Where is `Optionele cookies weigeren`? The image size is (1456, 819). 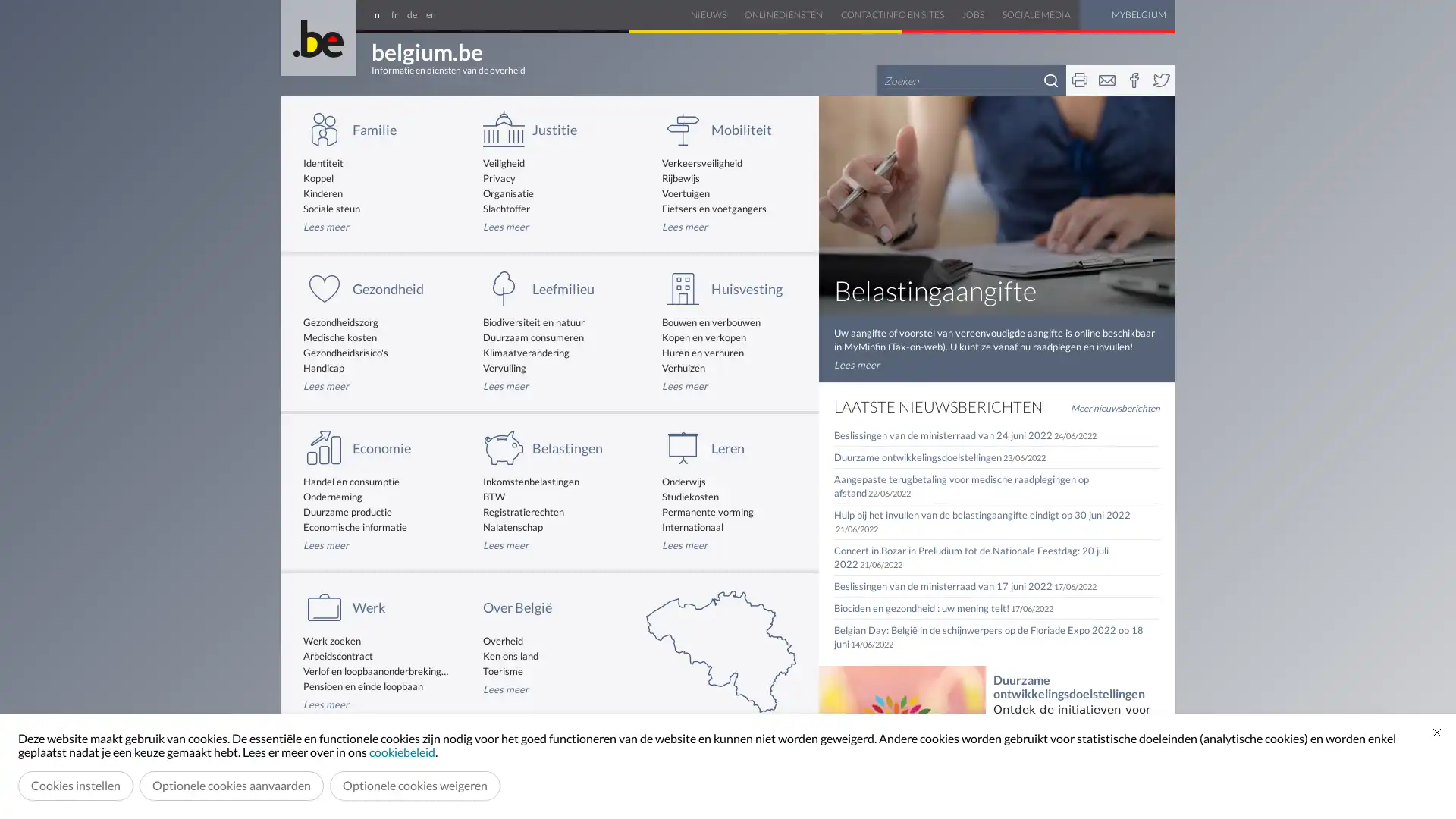
Optionele cookies weigeren is located at coordinates (415, 785).